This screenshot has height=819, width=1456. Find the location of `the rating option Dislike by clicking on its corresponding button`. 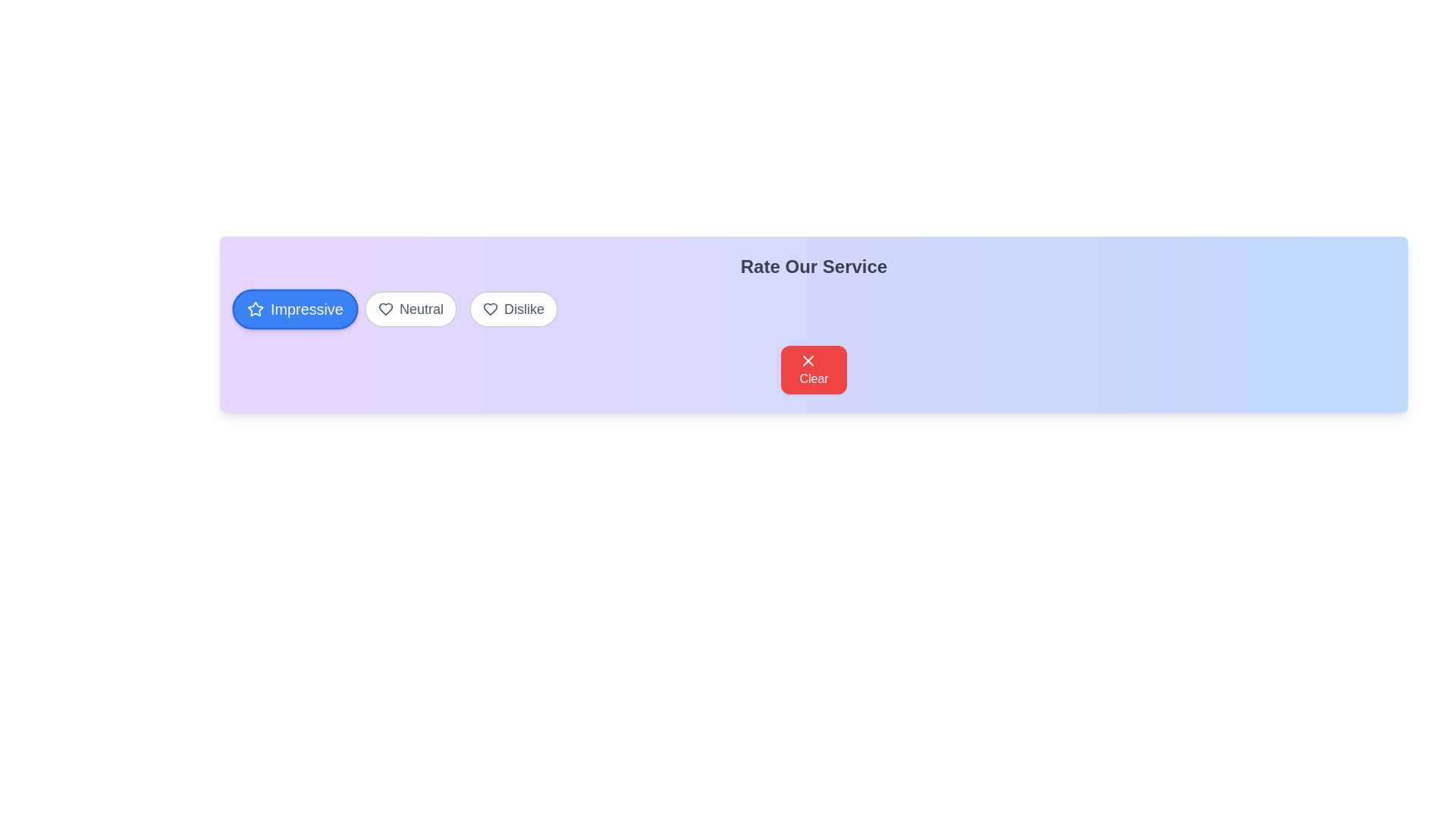

the rating option Dislike by clicking on its corresponding button is located at coordinates (513, 309).